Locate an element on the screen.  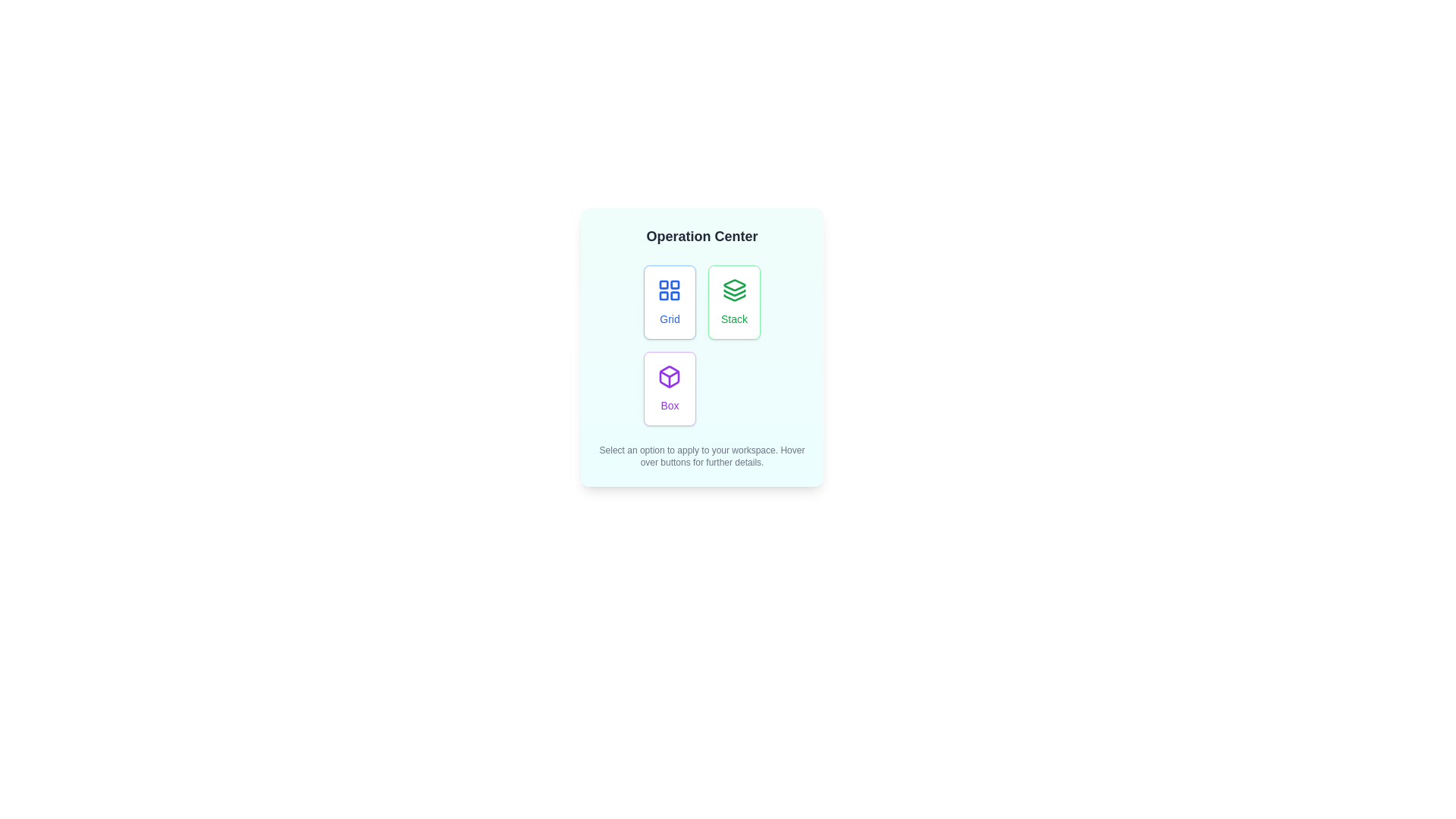
the button labeled 'Grid' which has a white background, blue text, and a grid-like icon is located at coordinates (669, 302).